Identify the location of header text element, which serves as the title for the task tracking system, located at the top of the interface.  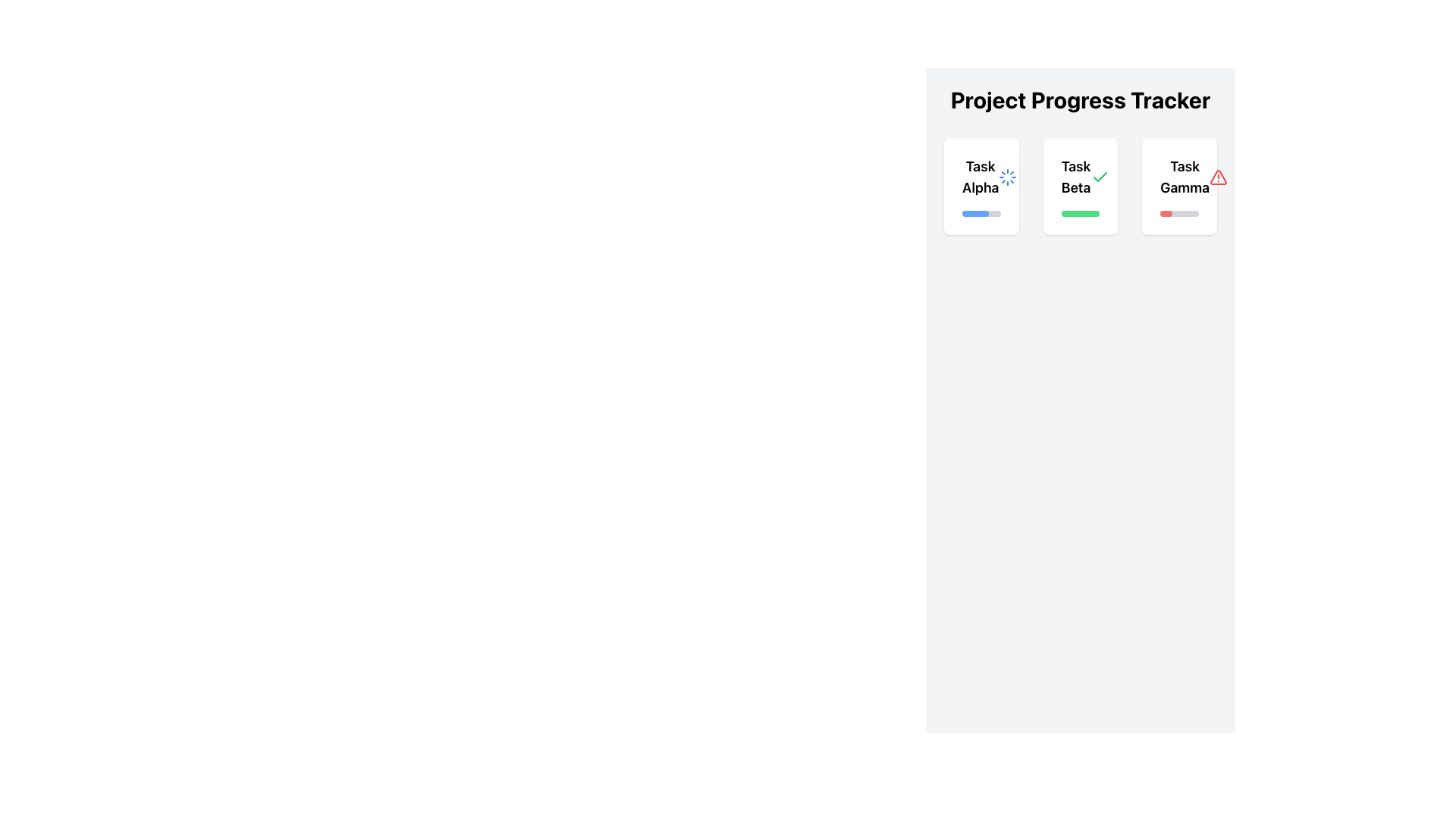
(1080, 99).